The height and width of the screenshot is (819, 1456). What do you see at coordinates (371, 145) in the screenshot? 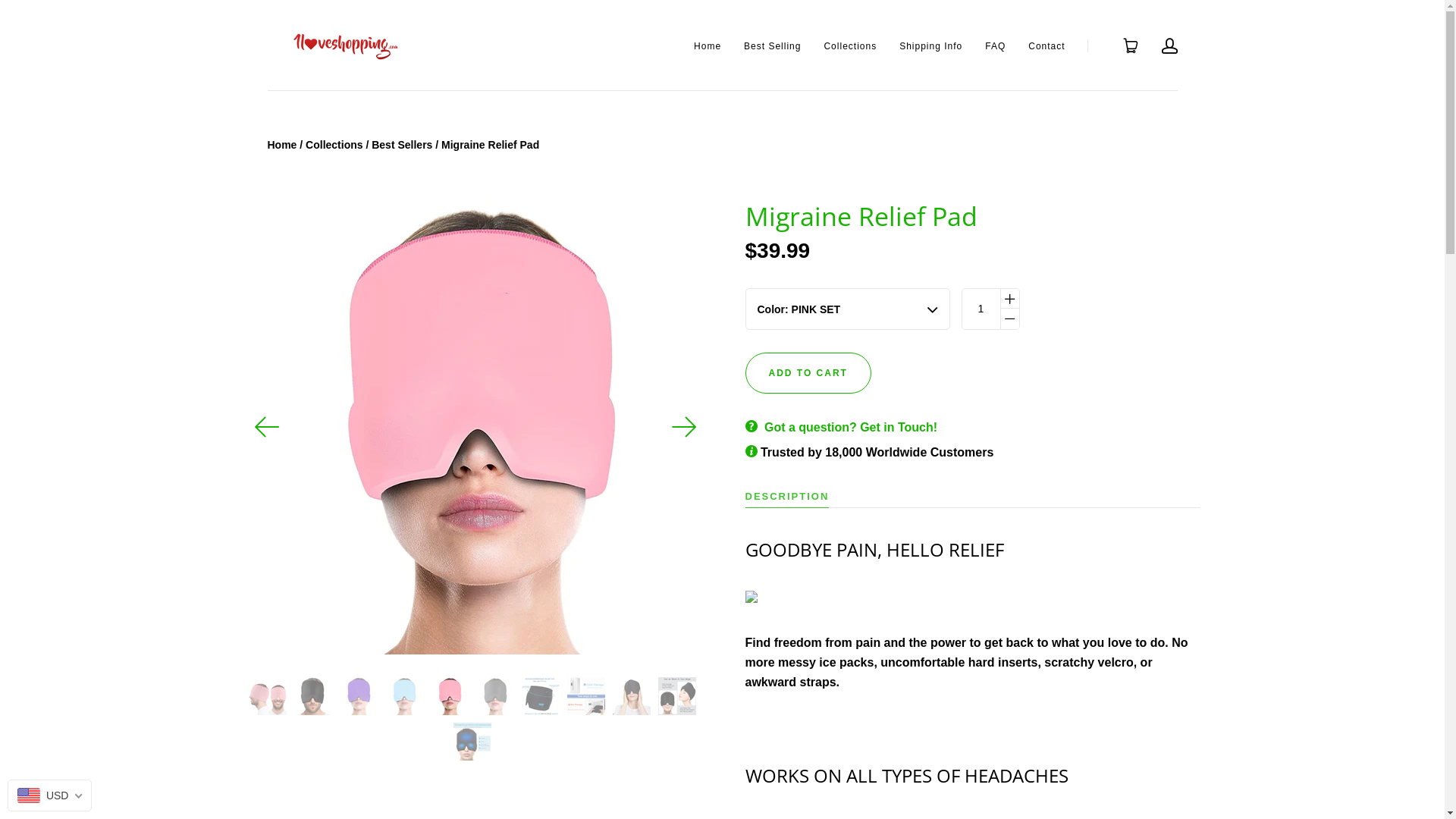
I see `'Best Sellers'` at bounding box center [371, 145].